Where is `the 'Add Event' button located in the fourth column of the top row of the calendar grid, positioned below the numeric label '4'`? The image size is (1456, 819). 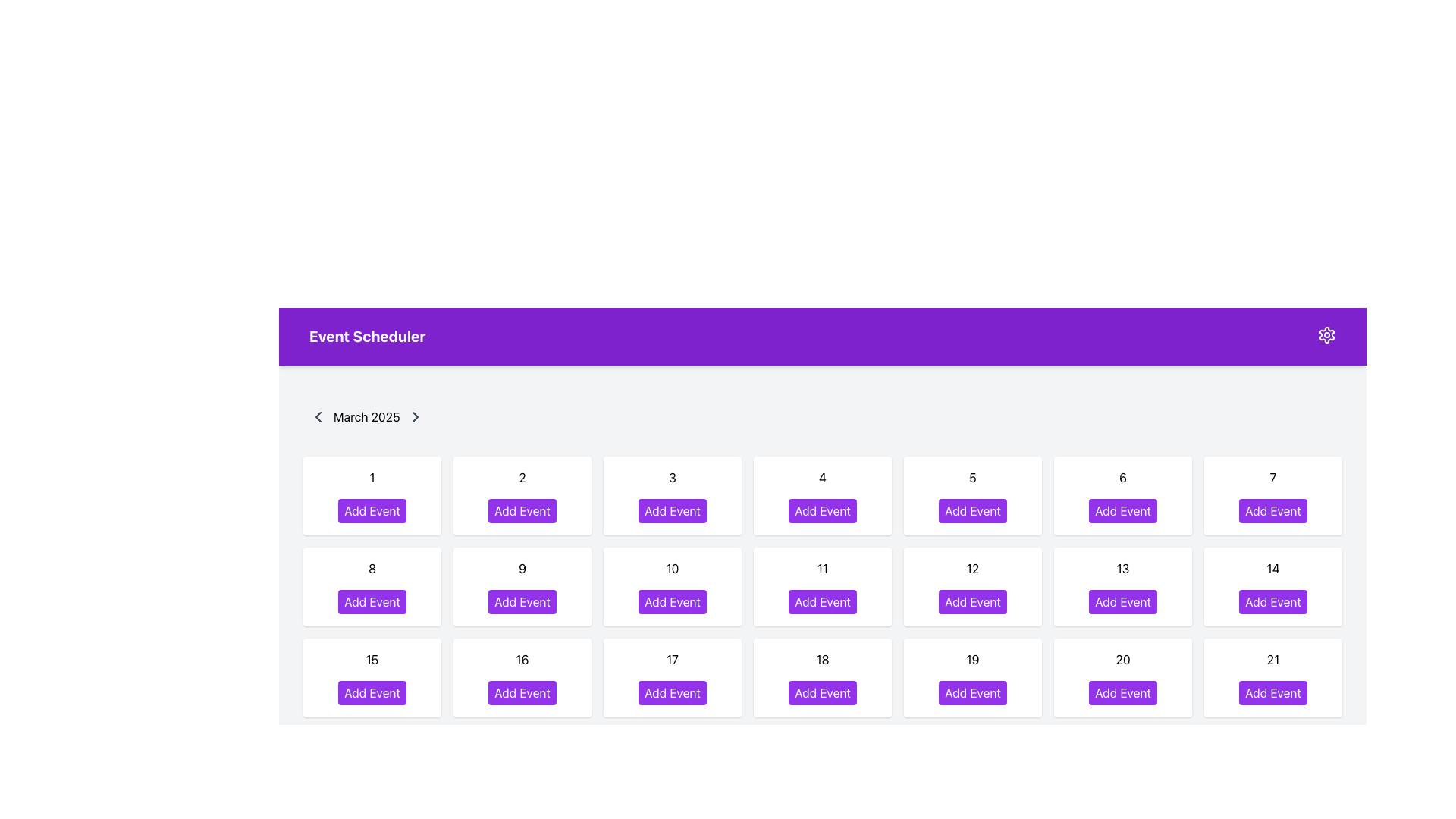 the 'Add Event' button located in the fourth column of the top row of the calendar grid, positioned below the numeric label '4' is located at coordinates (821, 511).